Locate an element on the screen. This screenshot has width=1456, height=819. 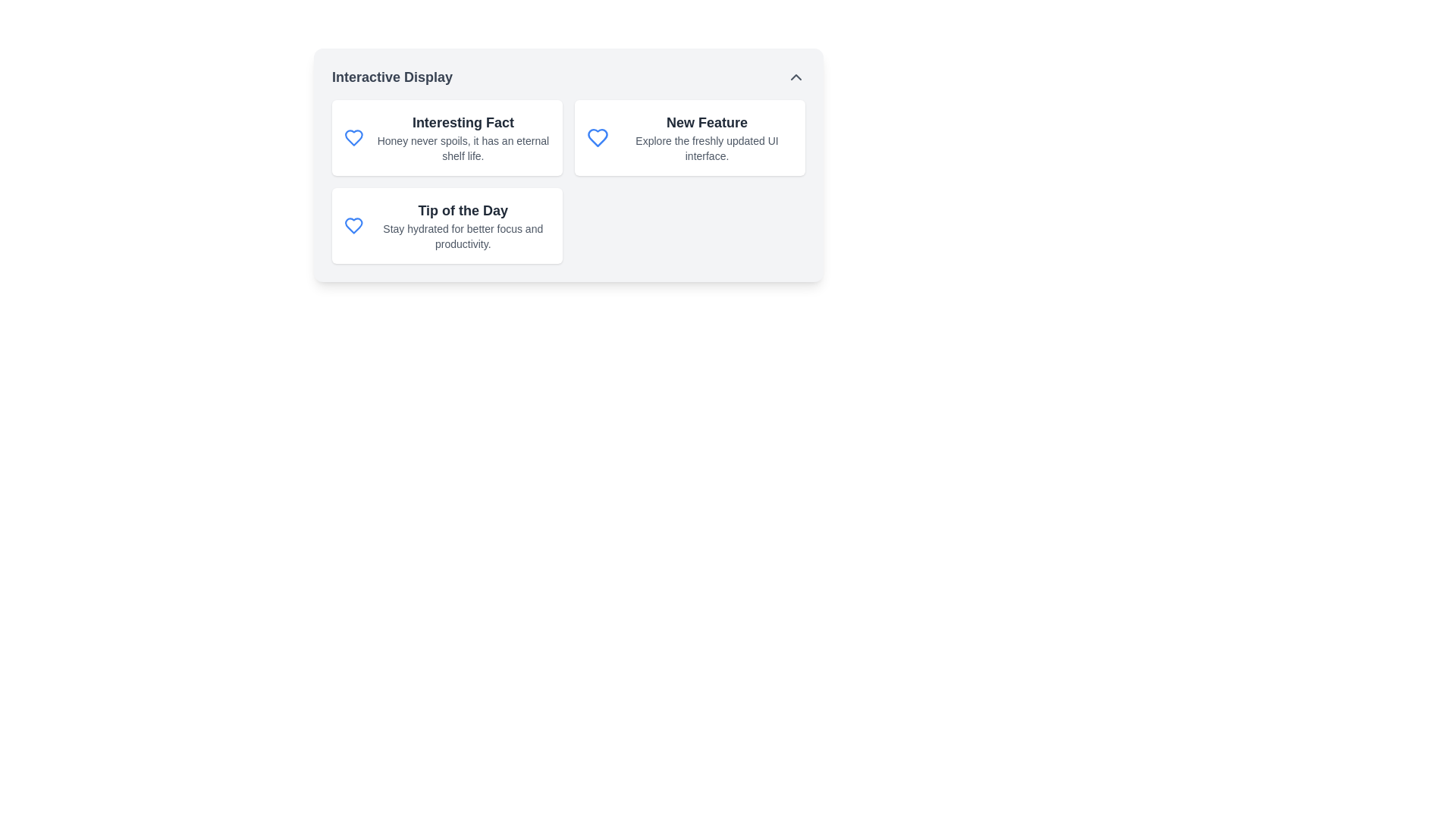
the text snippet that reads 'Stay hydrated for better focus and productivity.' positioned beneath the bold title 'Tip of the Day' in a card layout is located at coordinates (462, 237).